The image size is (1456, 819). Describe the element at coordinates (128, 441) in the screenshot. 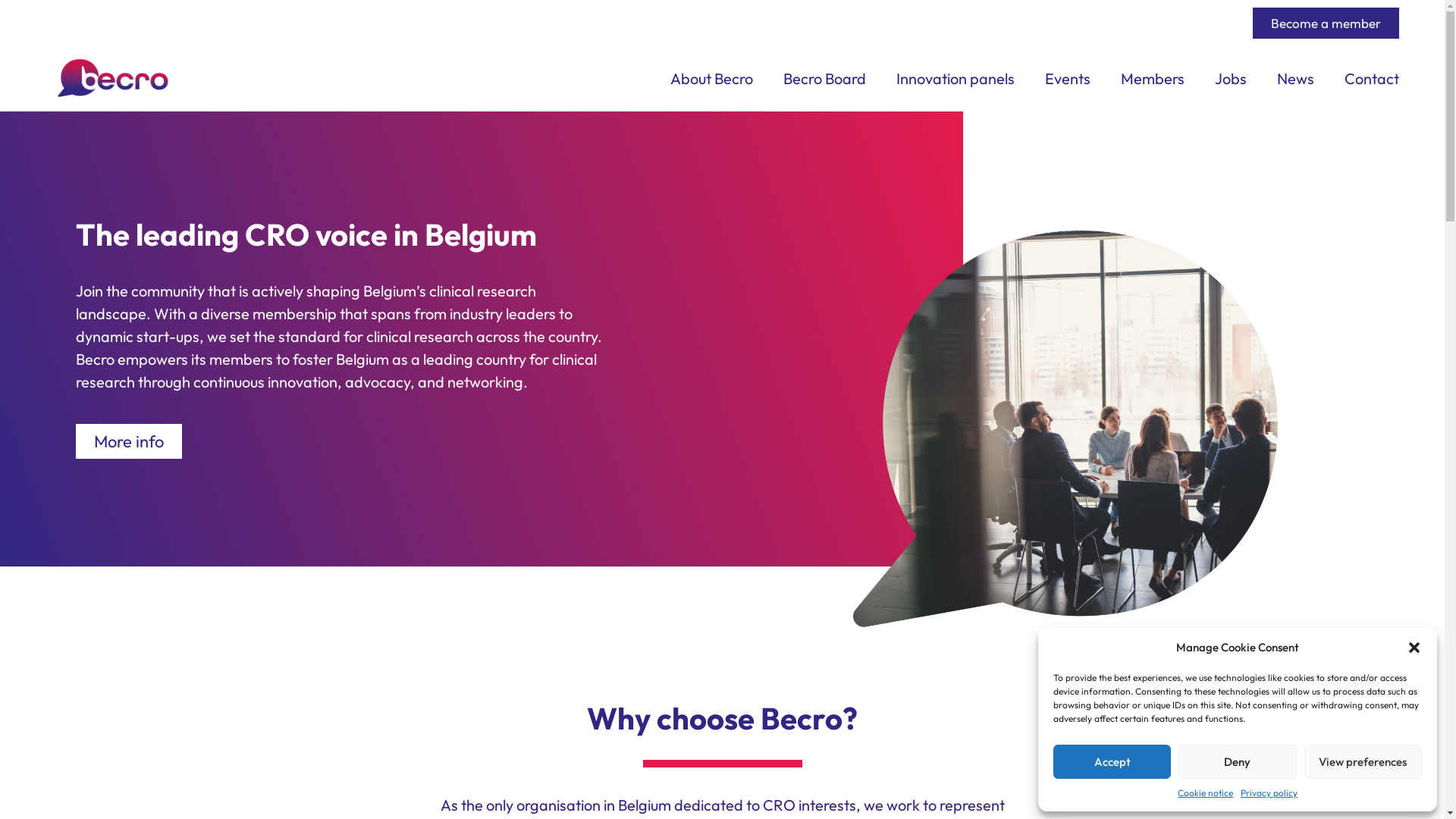

I see `'More info'` at that location.